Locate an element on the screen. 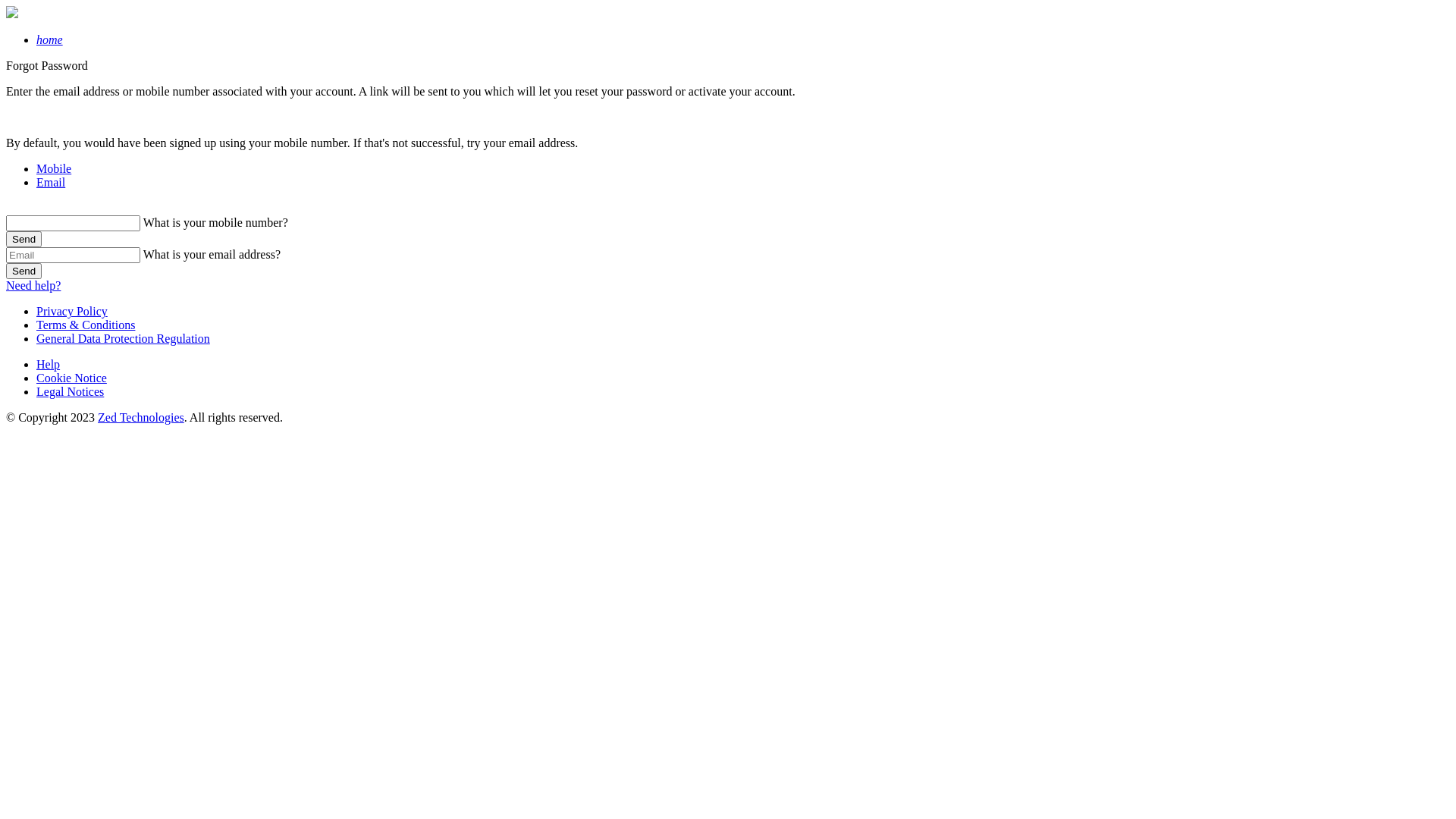 This screenshot has width=1456, height=819. 'Send' is located at coordinates (24, 239).